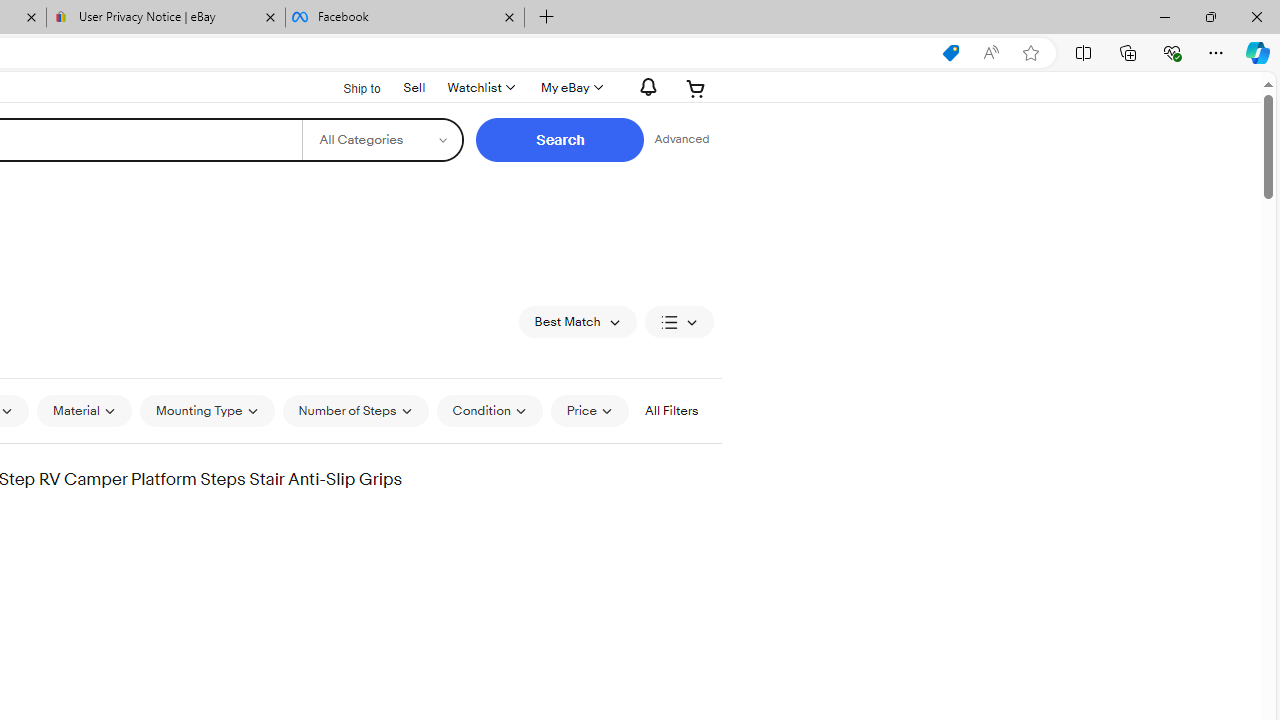 This screenshot has width=1280, height=720. I want to click on 'AutomationID: gh-eb-Alerts', so click(645, 86).